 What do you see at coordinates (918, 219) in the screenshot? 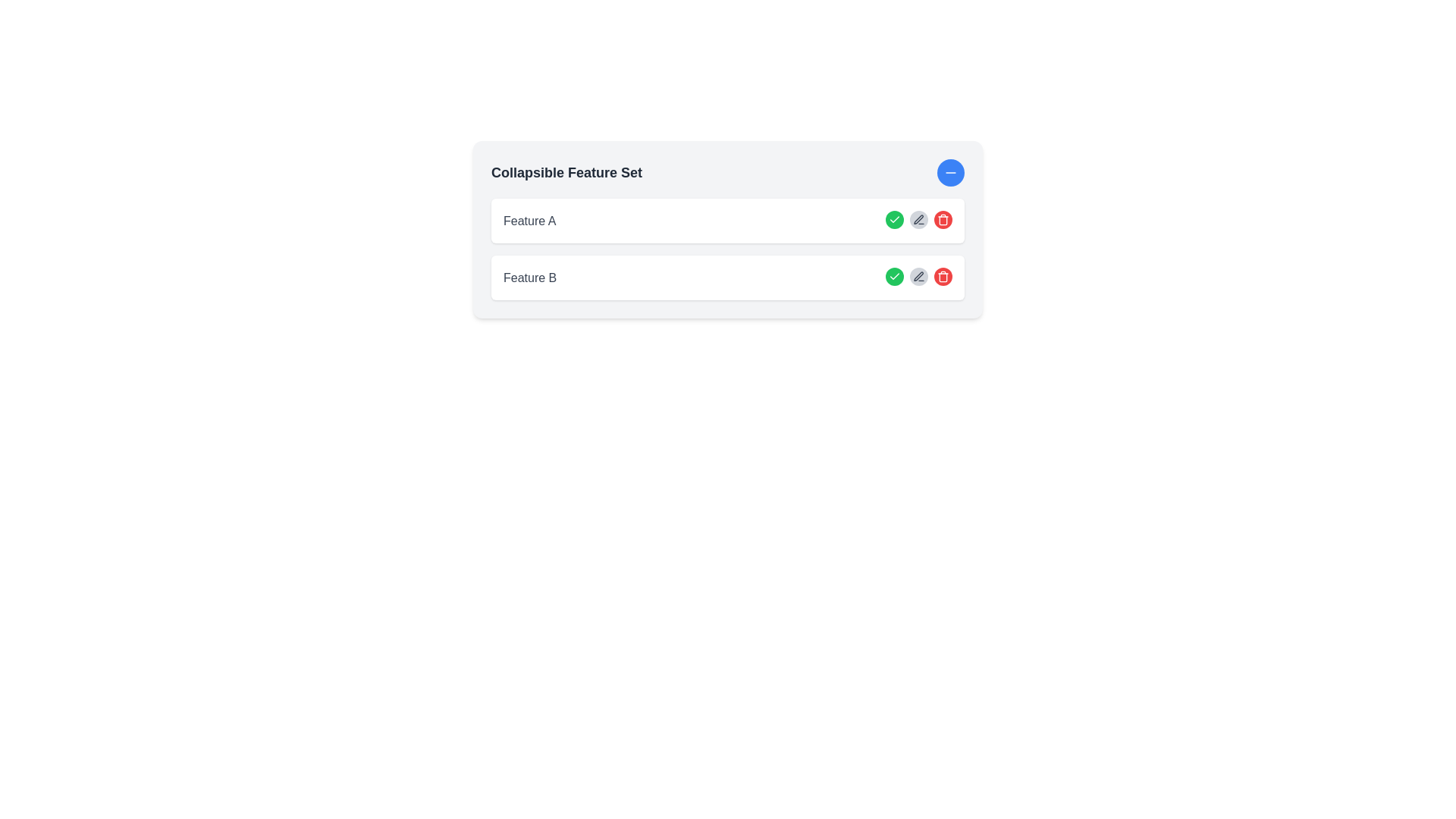
I see `the edit button located between a green check icon and a red trash can icon to initiate the edit action` at bounding box center [918, 219].